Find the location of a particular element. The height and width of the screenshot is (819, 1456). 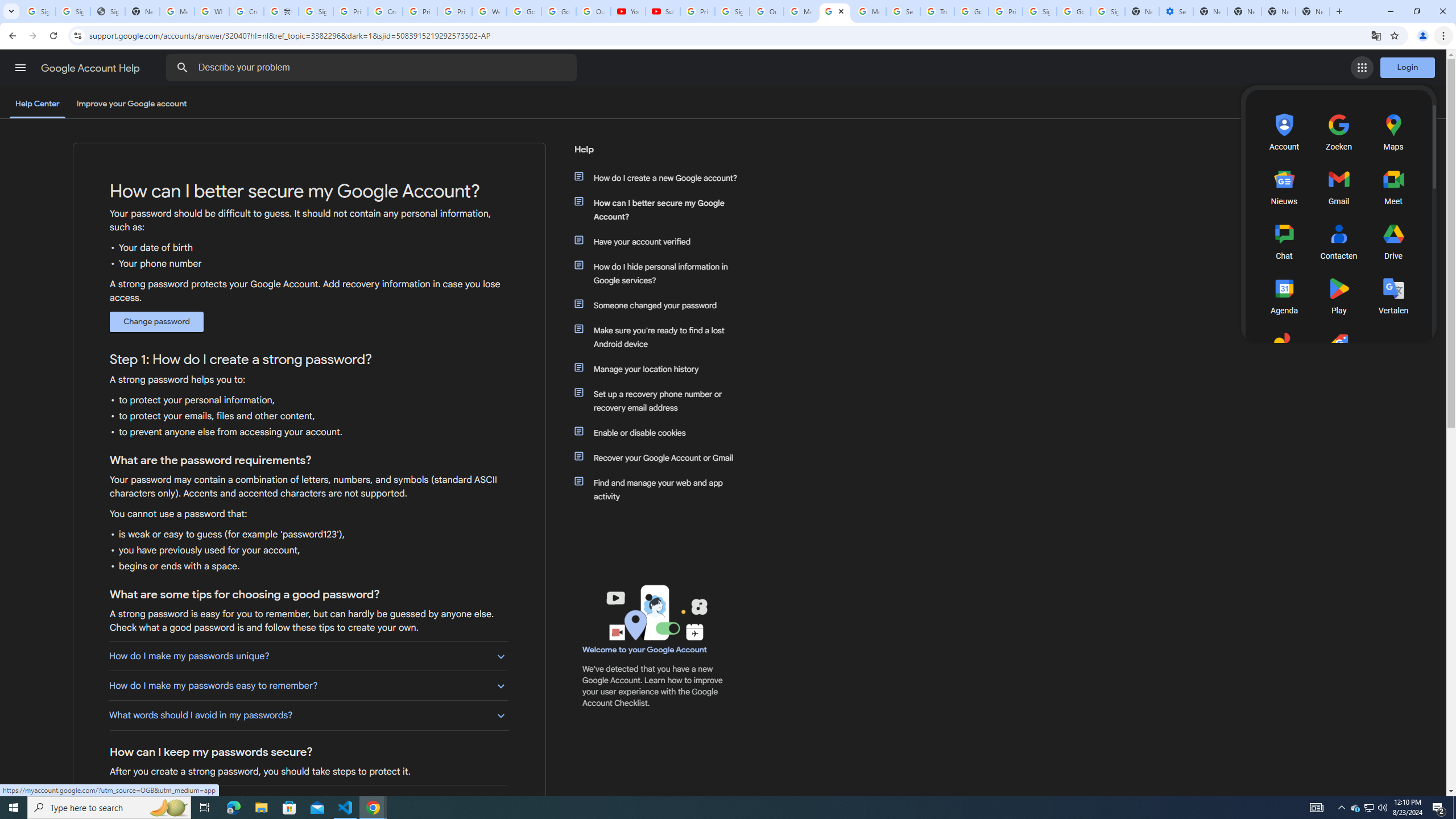

'Make sure you' is located at coordinates (661, 336).